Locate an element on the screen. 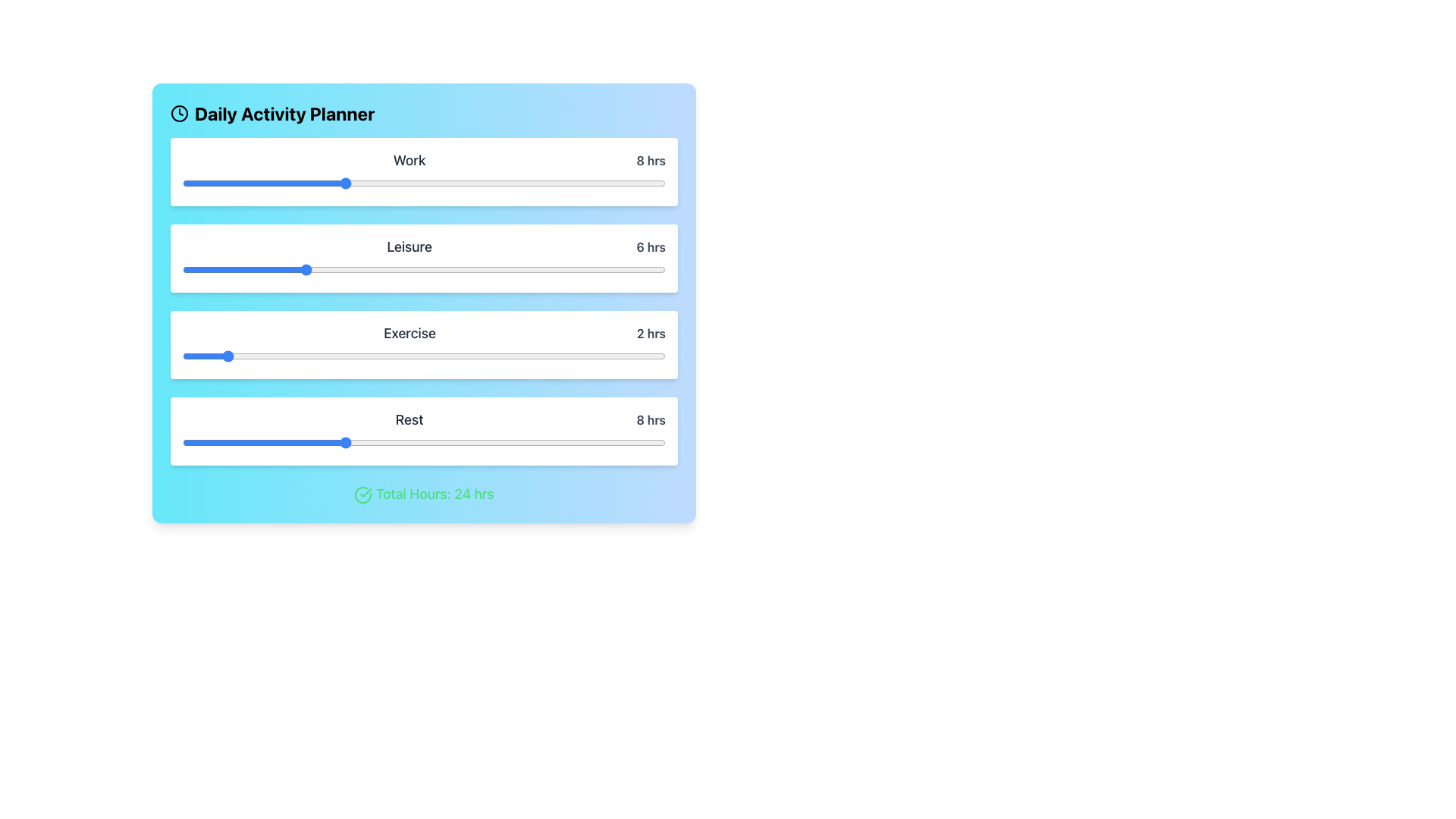 This screenshot has height=819, width=1456. Exercise hours is located at coordinates (484, 356).